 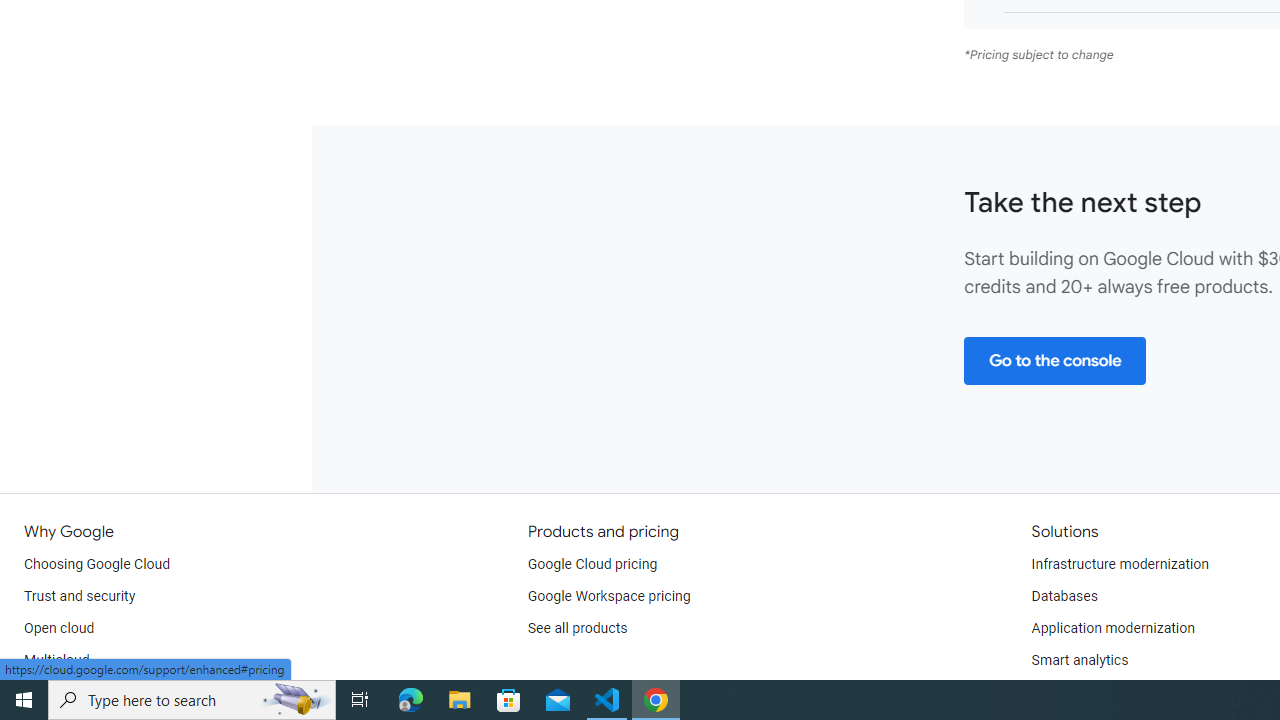 What do you see at coordinates (1120, 564) in the screenshot?
I see `'Infrastructure modernization'` at bounding box center [1120, 564].